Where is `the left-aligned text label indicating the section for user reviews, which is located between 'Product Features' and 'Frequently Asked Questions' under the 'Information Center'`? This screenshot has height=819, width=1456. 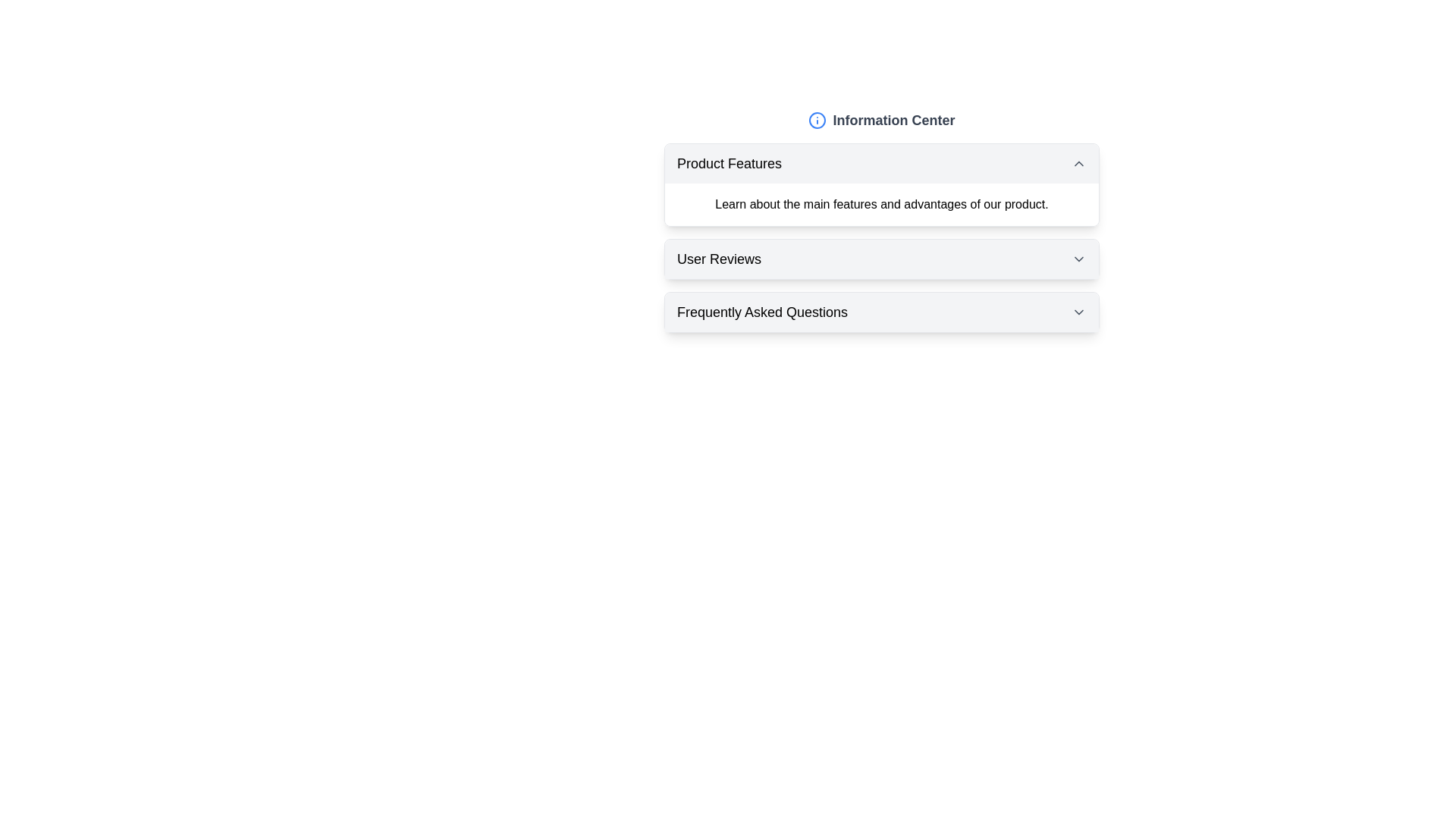
the left-aligned text label indicating the section for user reviews, which is located between 'Product Features' and 'Frequently Asked Questions' under the 'Information Center' is located at coordinates (718, 259).